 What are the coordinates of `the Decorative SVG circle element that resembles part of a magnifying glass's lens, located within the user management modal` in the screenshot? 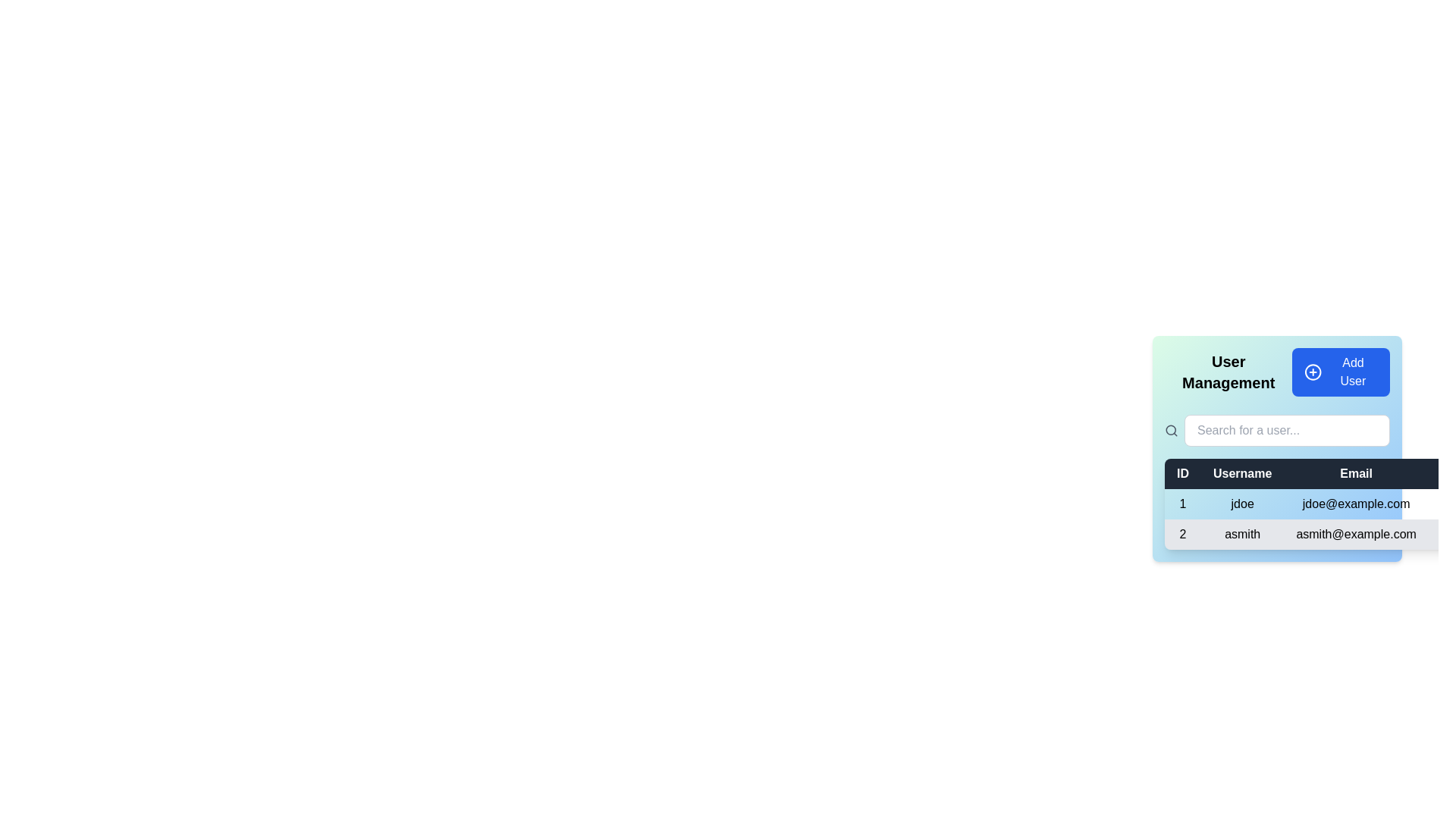 It's located at (1170, 430).